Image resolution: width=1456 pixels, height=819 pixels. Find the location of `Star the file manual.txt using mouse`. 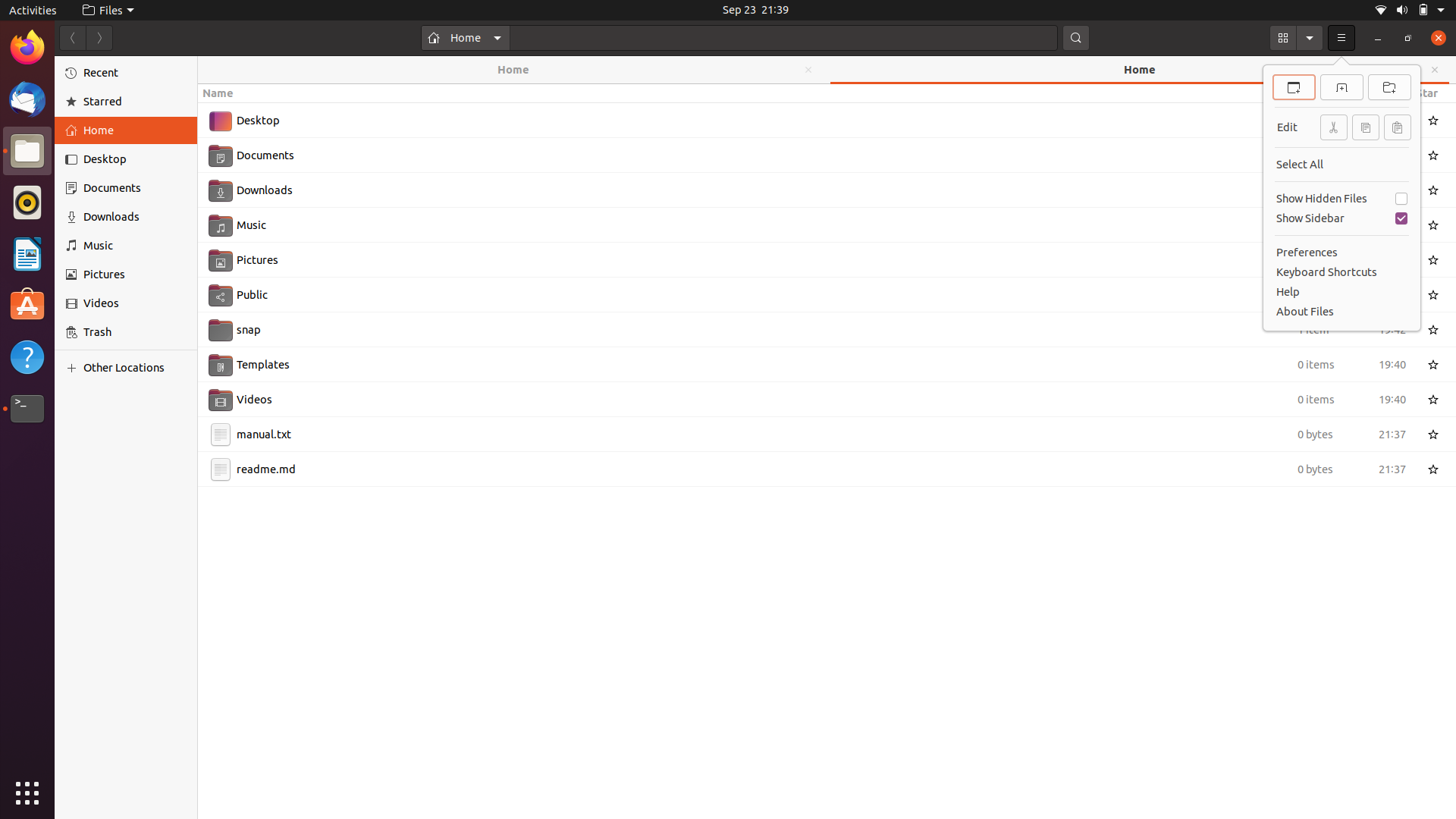

Star the file manual.txt using mouse is located at coordinates (1434, 432).